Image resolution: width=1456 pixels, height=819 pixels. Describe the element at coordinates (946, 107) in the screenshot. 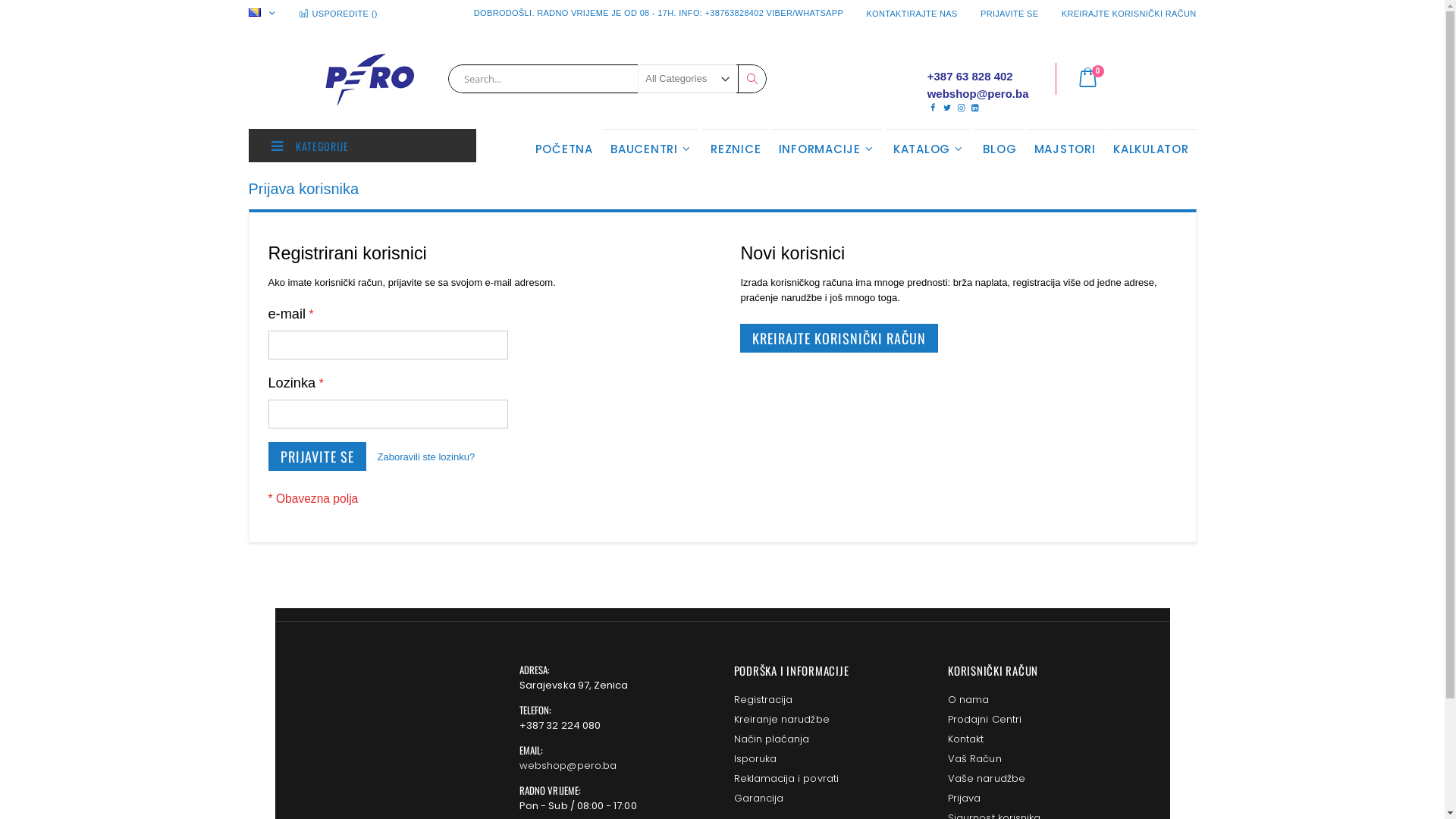

I see `'Twitter'` at that location.